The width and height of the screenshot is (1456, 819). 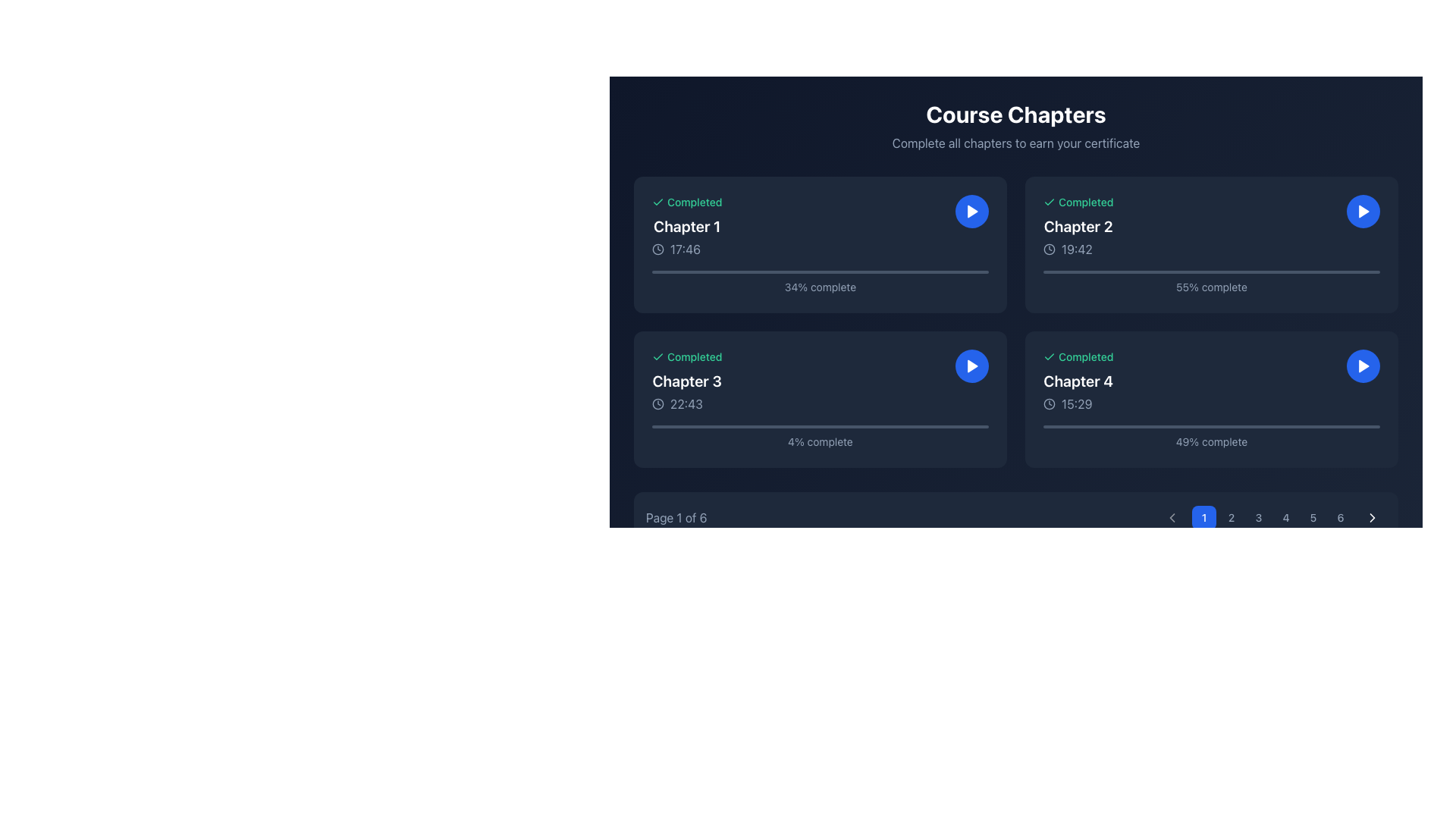 What do you see at coordinates (1259, 516) in the screenshot?
I see `the circular button displaying the number '3'` at bounding box center [1259, 516].